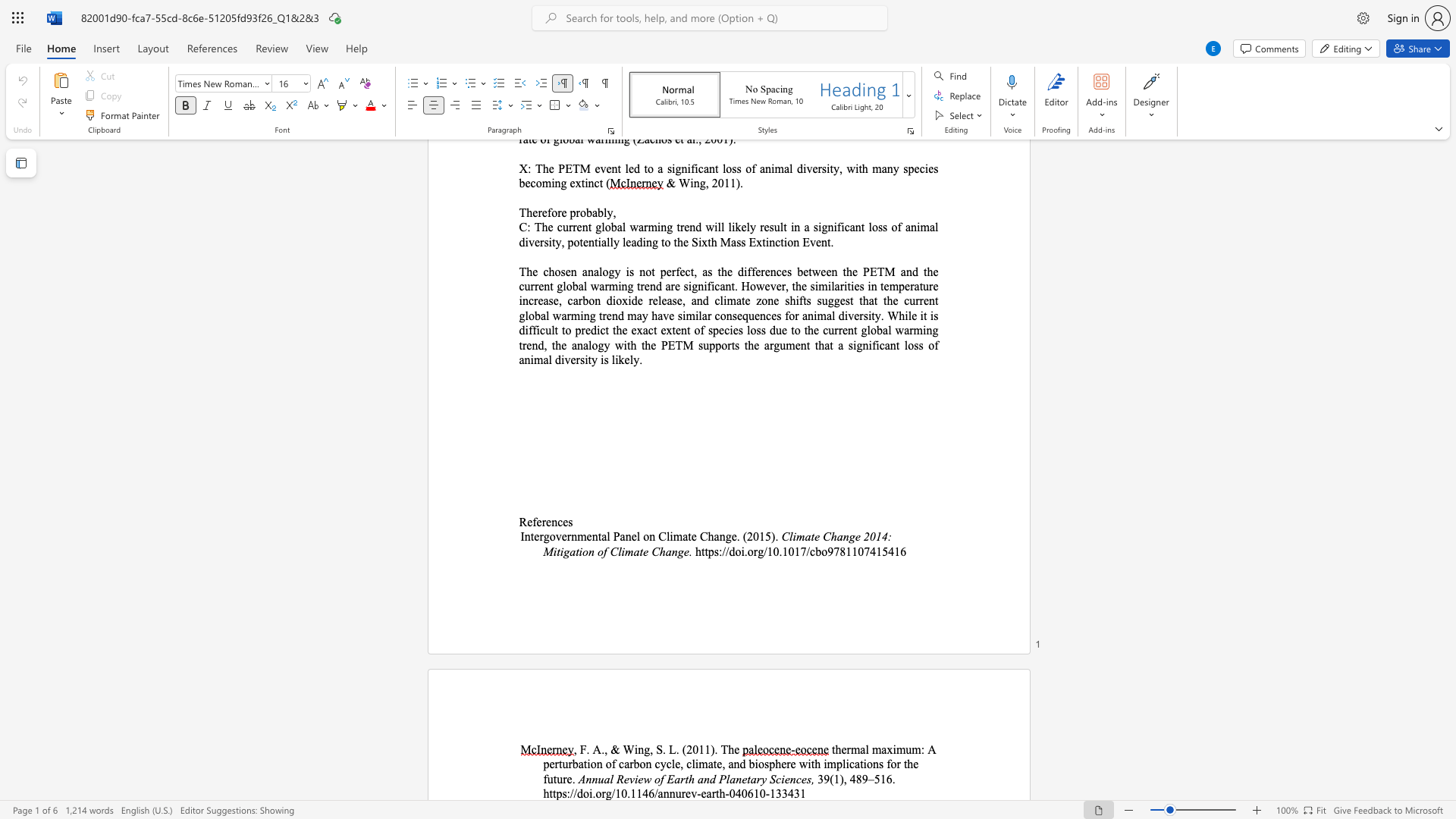 The image size is (1456, 819). Describe the element at coordinates (782, 792) in the screenshot. I see `the subset text "34" within the text "39(1), 489–516. https://doi.org/10.1146/annurev-earth-040610-133431"` at that location.